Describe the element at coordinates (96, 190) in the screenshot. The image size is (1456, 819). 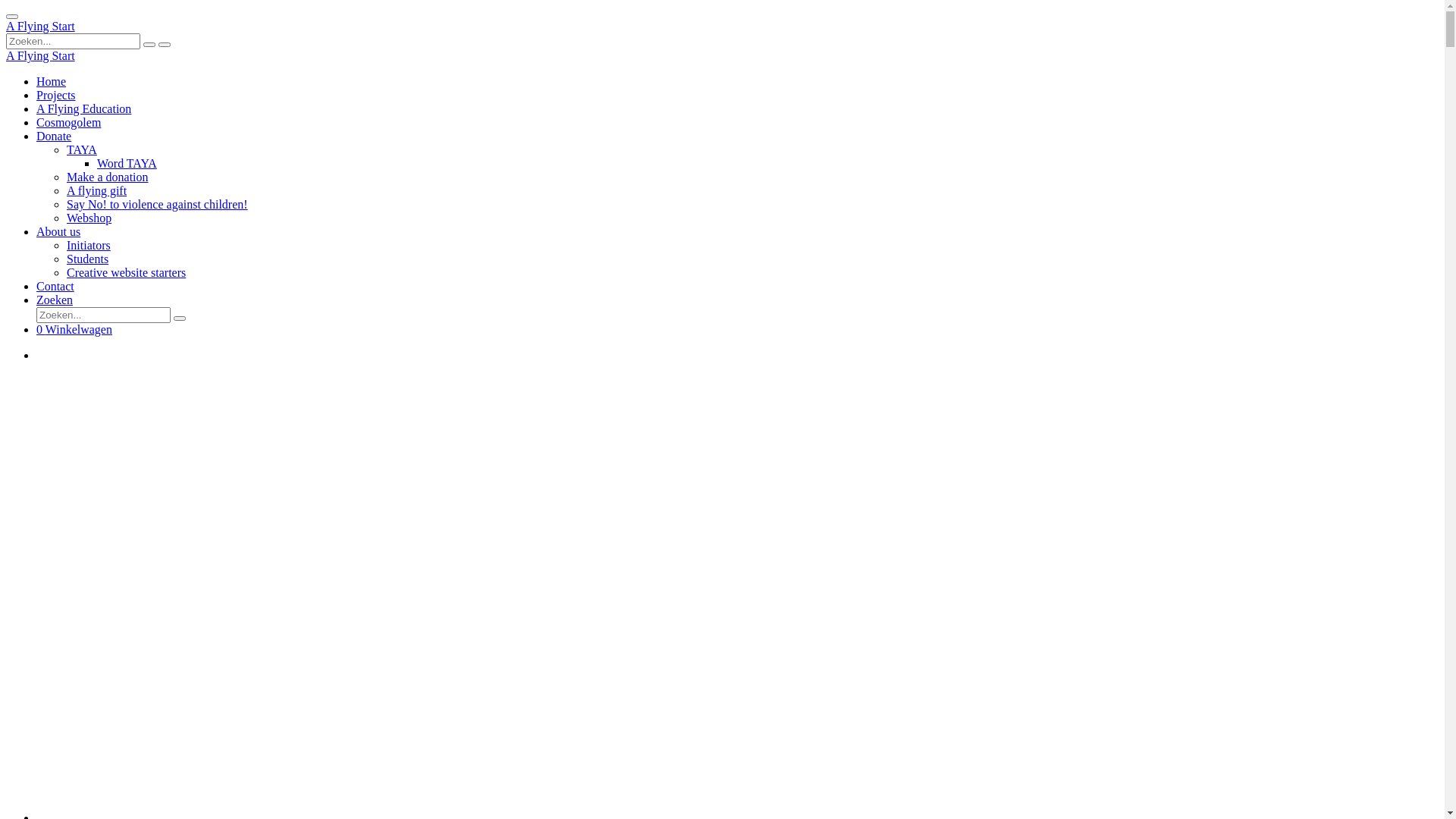
I see `'A flying gift'` at that location.